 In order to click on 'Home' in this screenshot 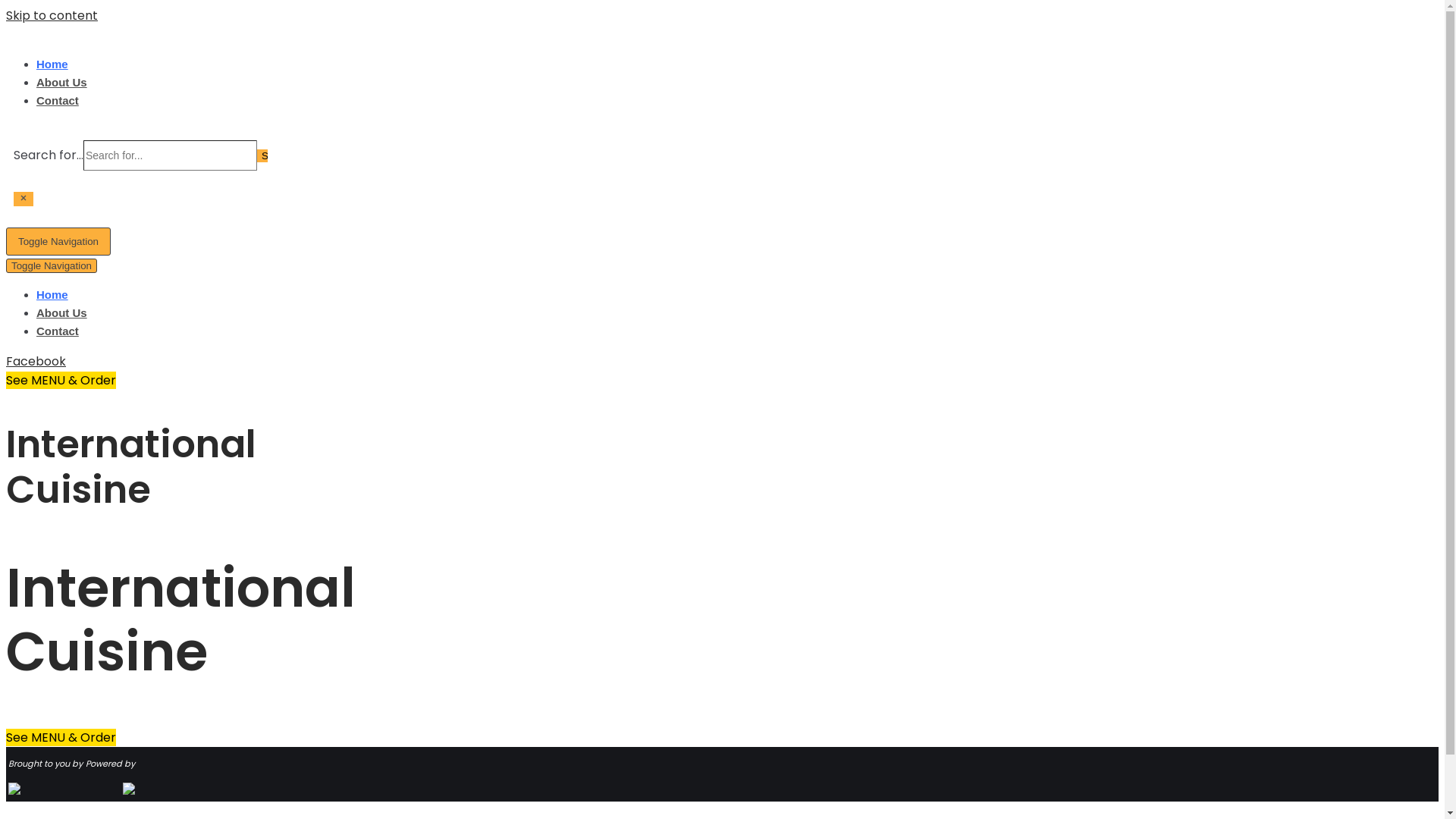, I will do `click(52, 63)`.